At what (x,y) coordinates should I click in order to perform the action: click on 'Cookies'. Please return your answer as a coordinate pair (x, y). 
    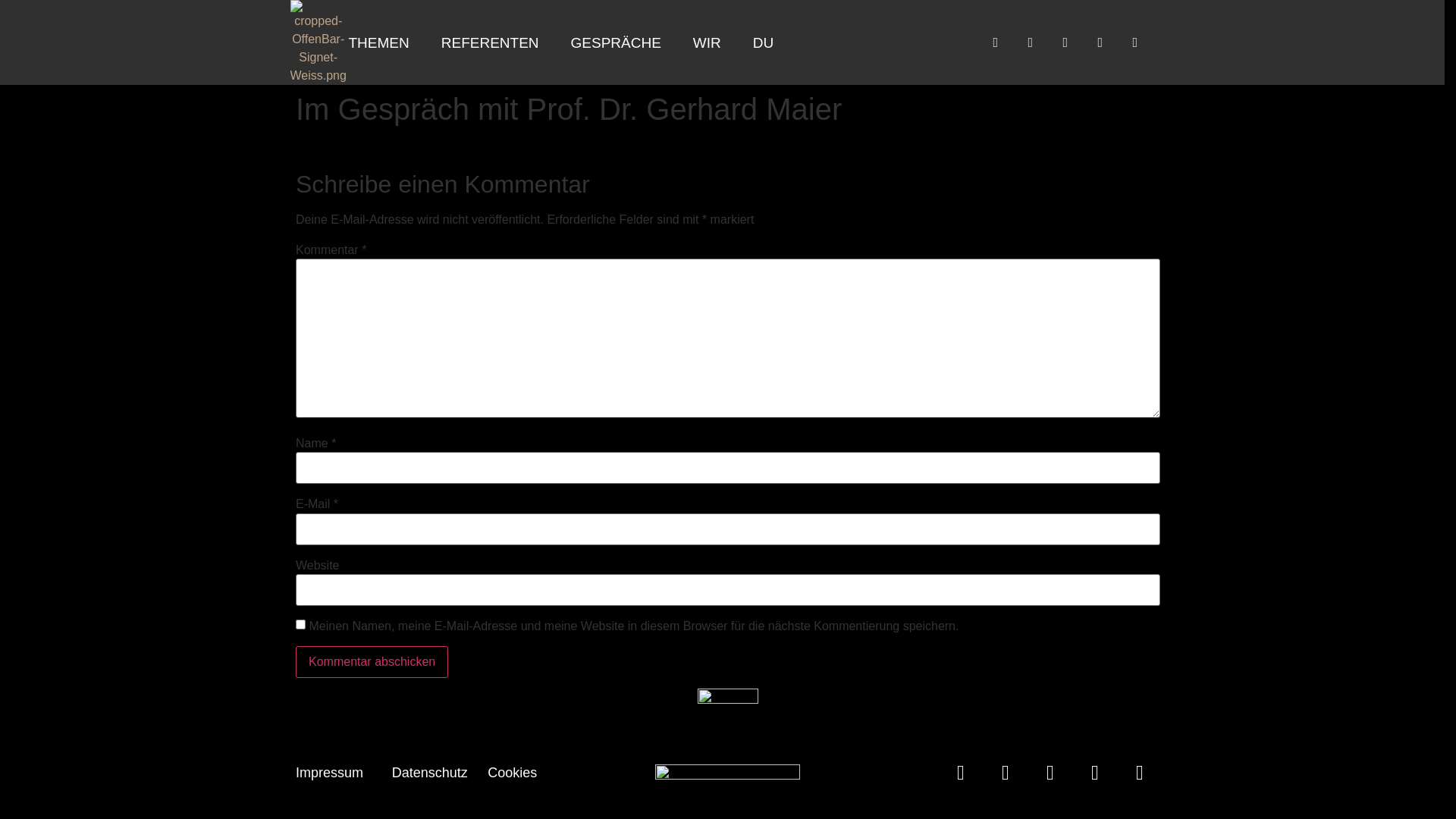
    Looking at the image, I should click on (512, 772).